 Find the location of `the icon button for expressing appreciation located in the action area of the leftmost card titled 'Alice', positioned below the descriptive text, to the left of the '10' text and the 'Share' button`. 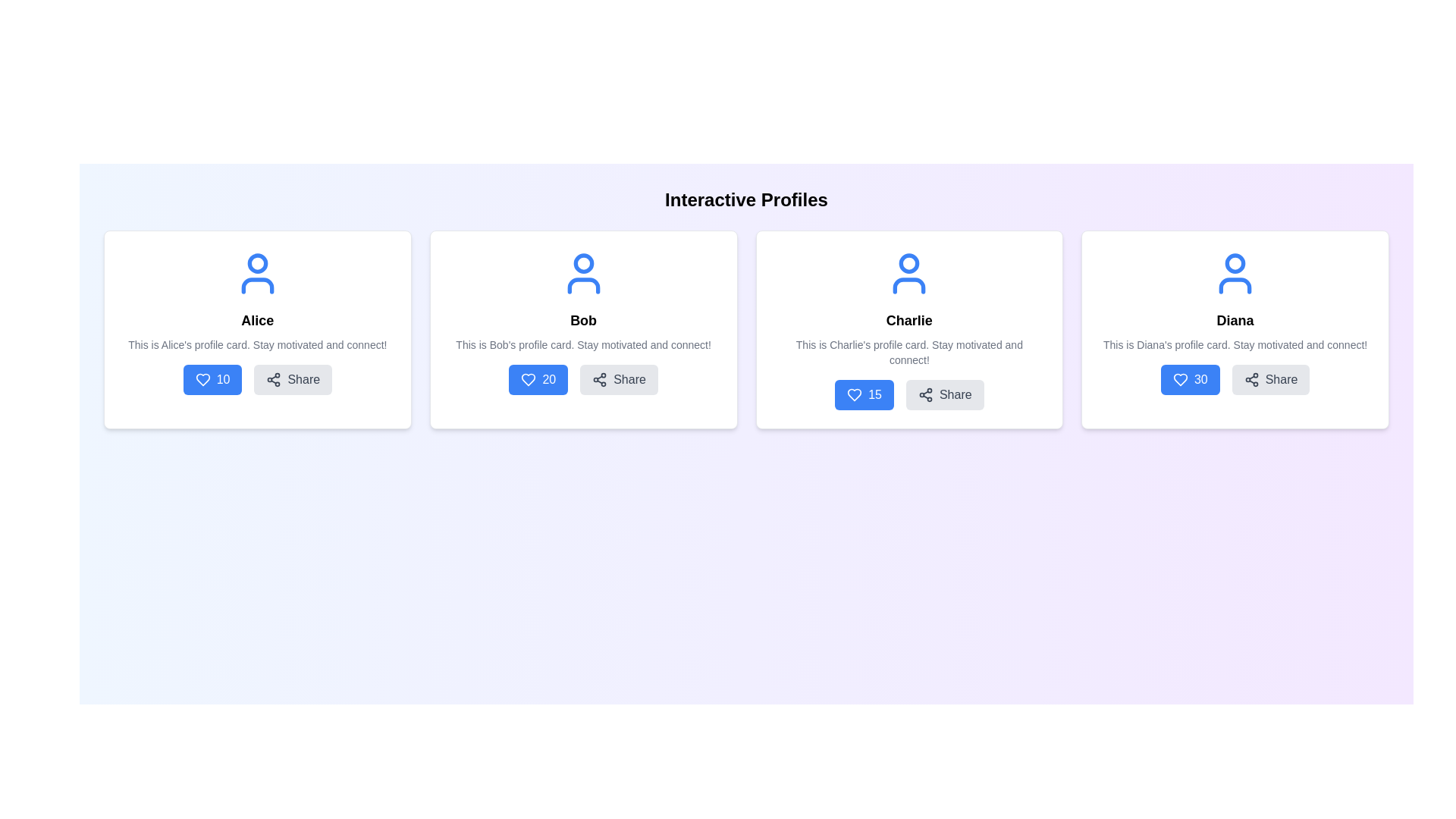

the icon button for expressing appreciation located in the action area of the leftmost card titled 'Alice', positioned below the descriptive text, to the left of the '10' text and the 'Share' button is located at coordinates (202, 379).